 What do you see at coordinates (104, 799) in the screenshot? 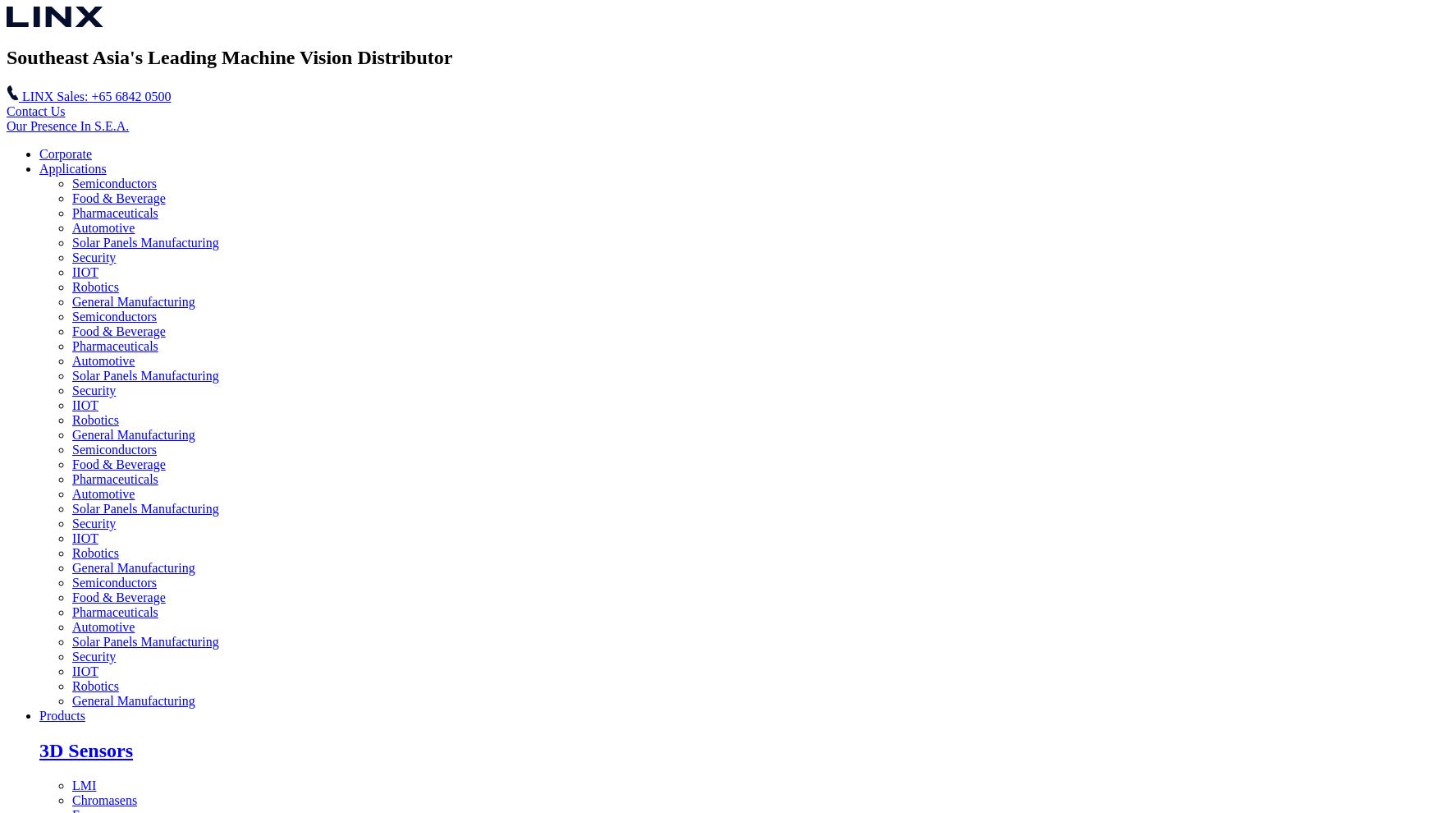
I see `'Chromasens'` at bounding box center [104, 799].